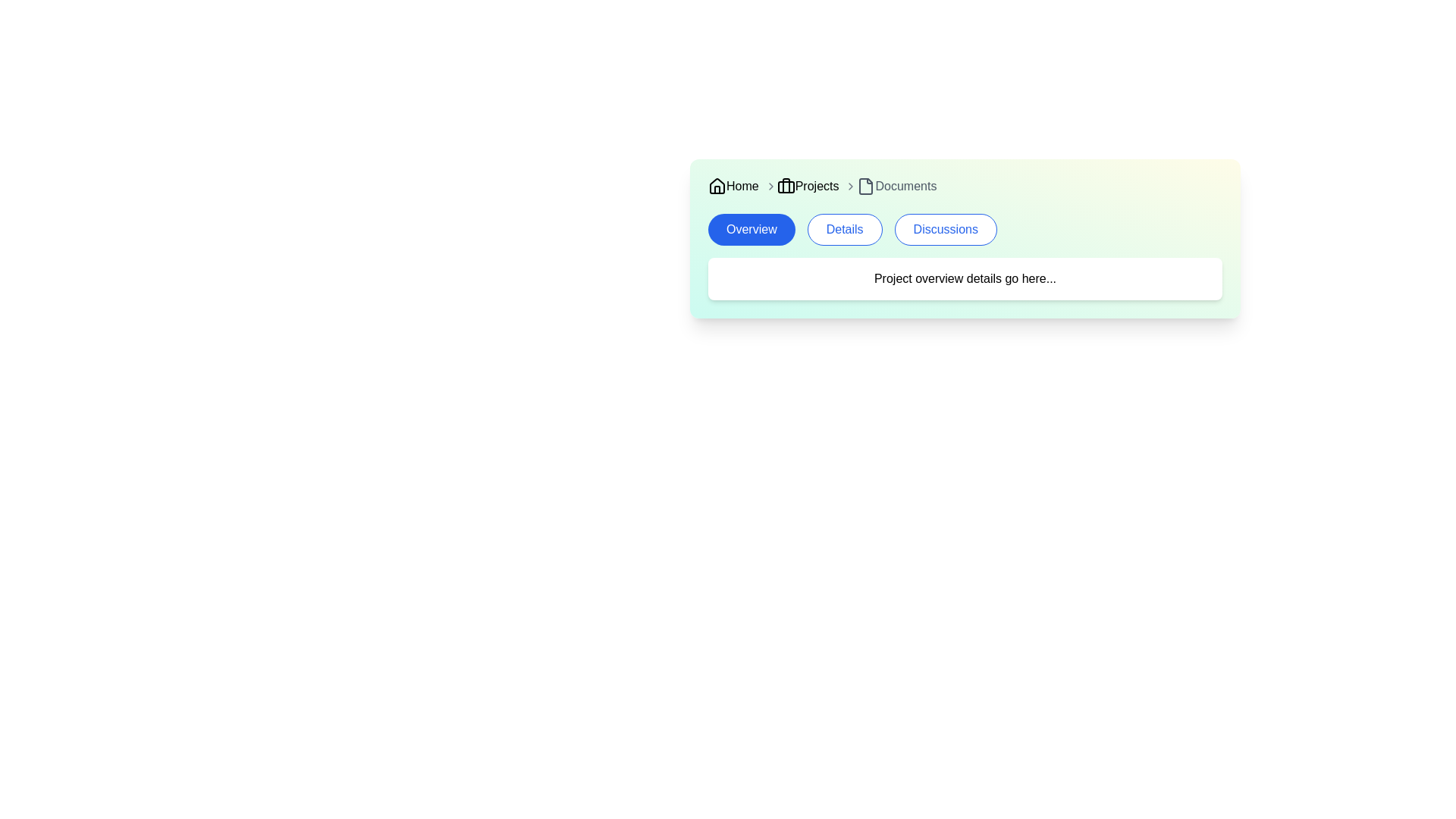 Image resolution: width=1456 pixels, height=819 pixels. I want to click on the introductory static text that provides an overview of the associated project, located under the navigational buttons like 'Overview', 'Details', and 'Discussions', so click(964, 278).